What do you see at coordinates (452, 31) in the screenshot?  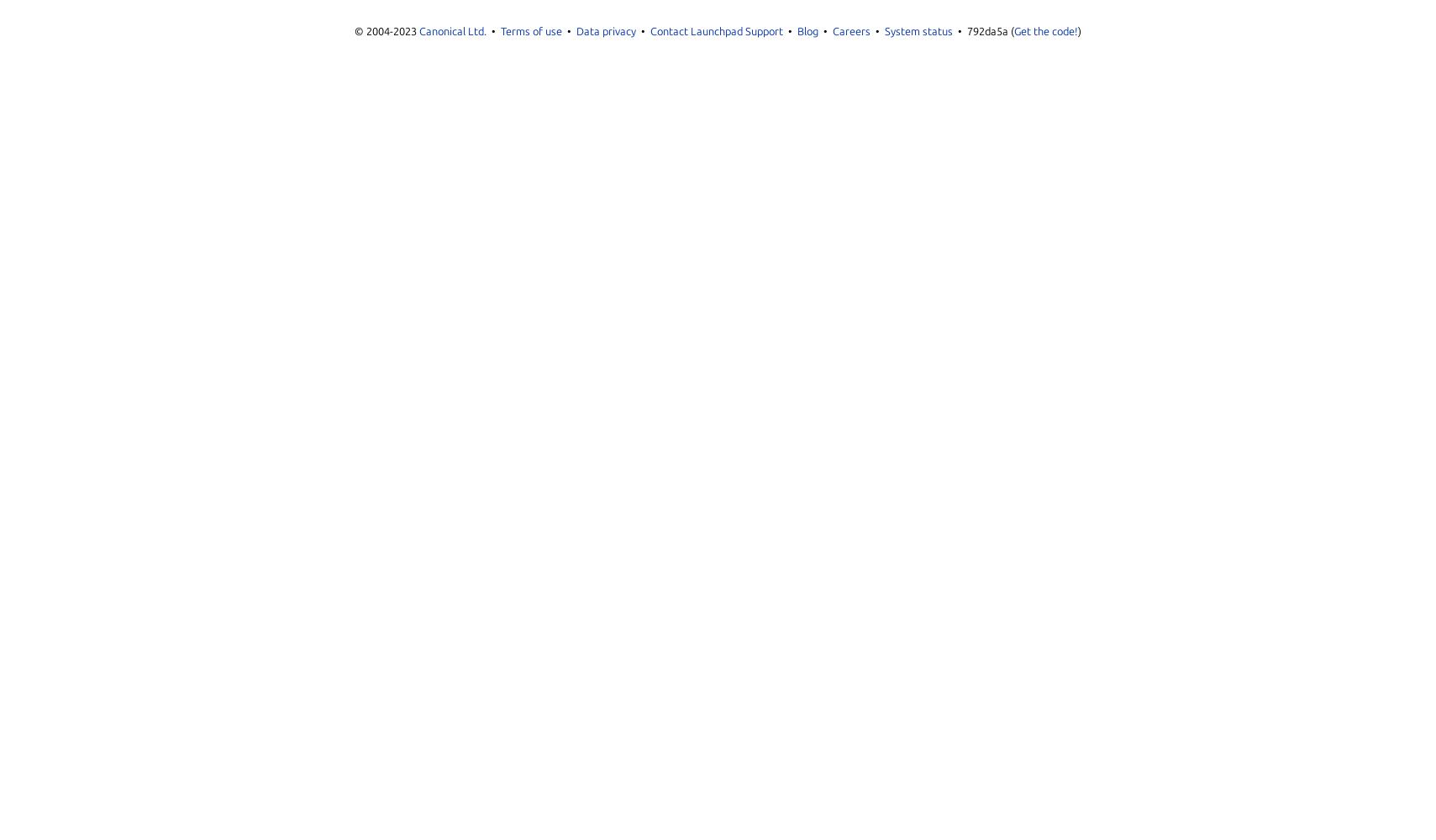 I see `'Canonical Ltd.'` at bounding box center [452, 31].